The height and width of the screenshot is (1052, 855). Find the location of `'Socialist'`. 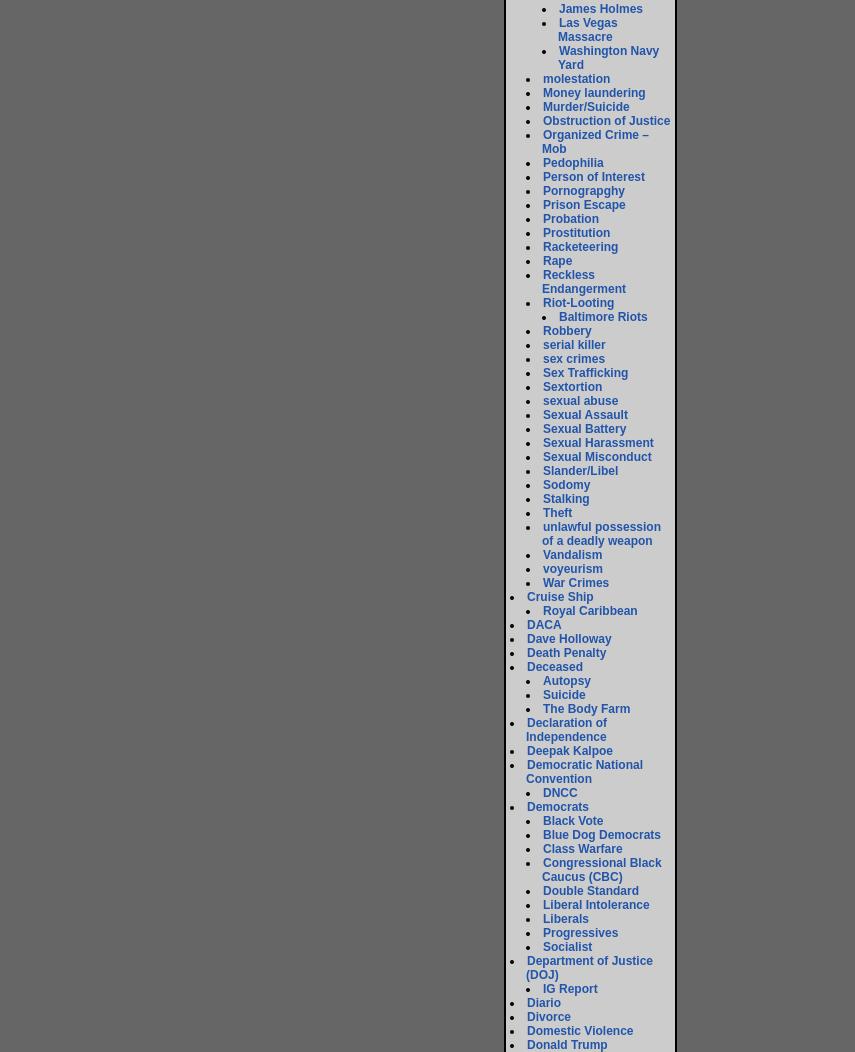

'Socialist' is located at coordinates (566, 946).